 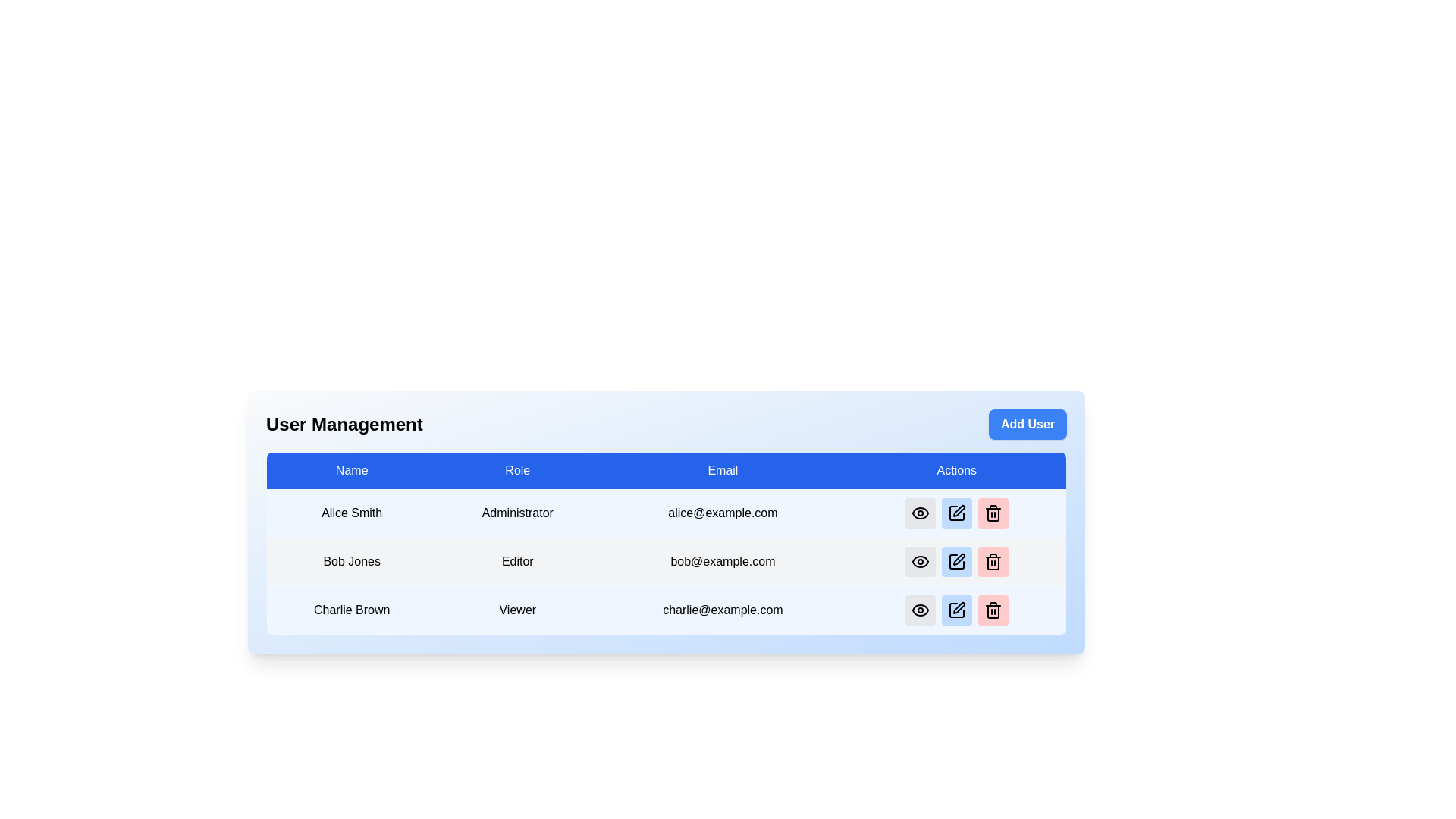 I want to click on the Edit icon in the Action column of the user management table to initiate editing for the corresponding user, so click(x=955, y=561).